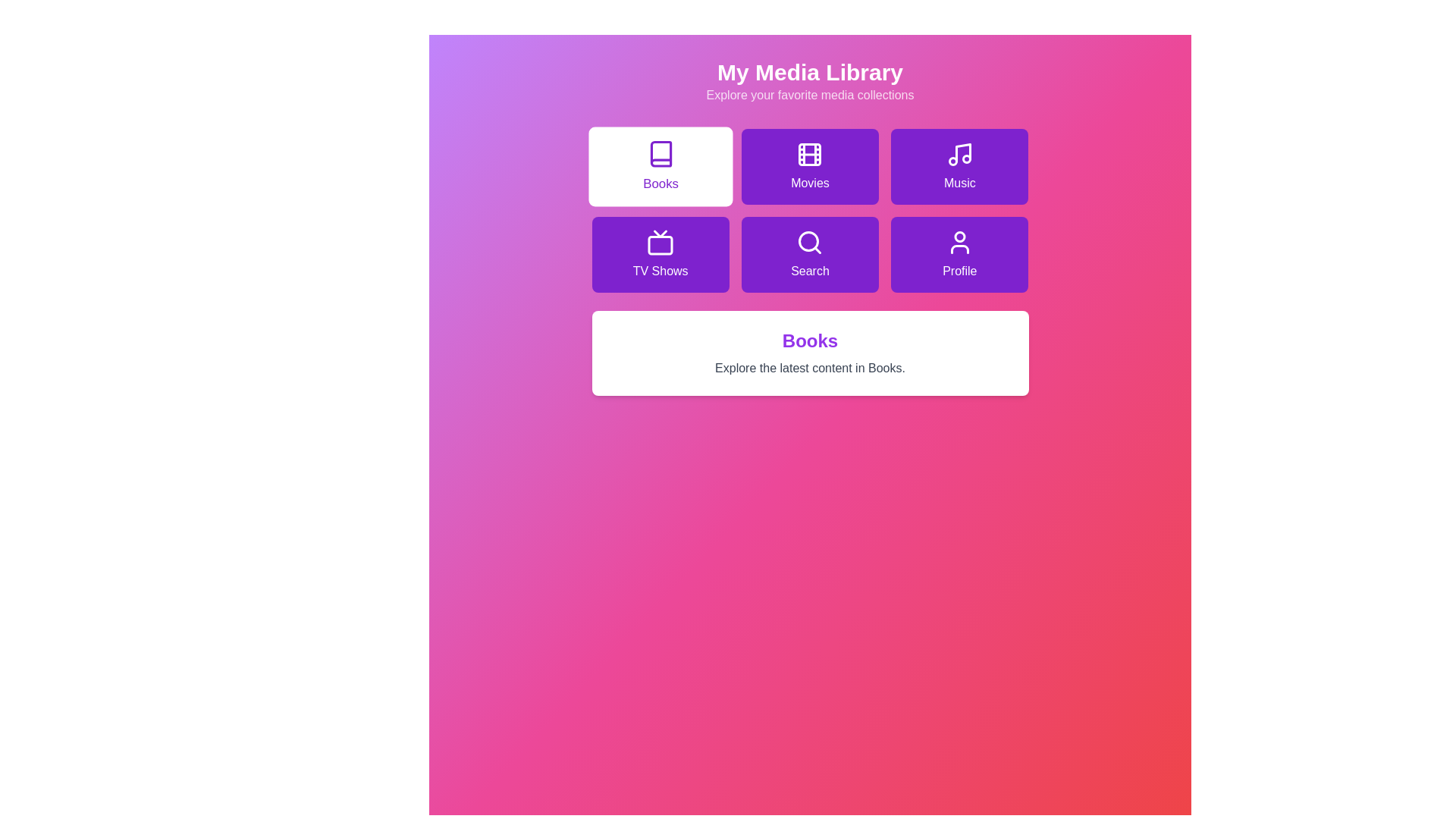 The image size is (1456, 819). I want to click on the static text label providing guidance for the media library, located immediately below the header 'My Media Library', so click(809, 96).